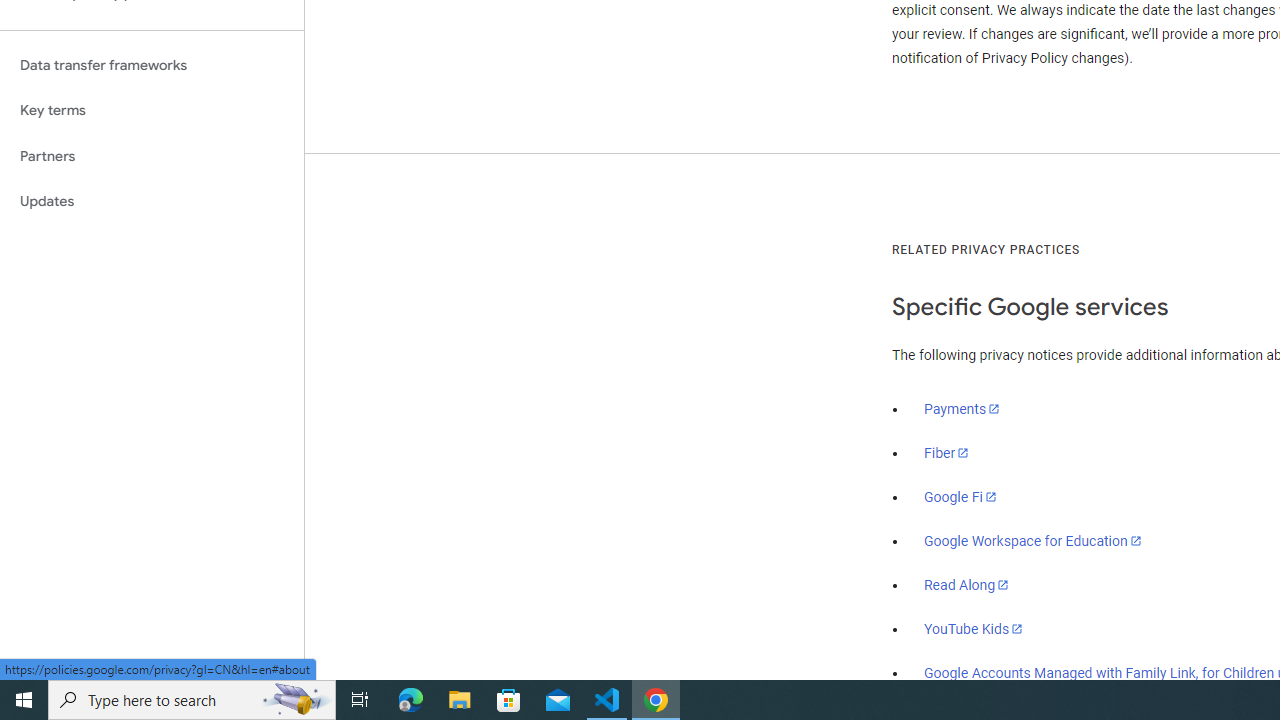 The width and height of the screenshot is (1280, 720). Describe the element at coordinates (1032, 541) in the screenshot. I see `'Google Workspace for Education'` at that location.